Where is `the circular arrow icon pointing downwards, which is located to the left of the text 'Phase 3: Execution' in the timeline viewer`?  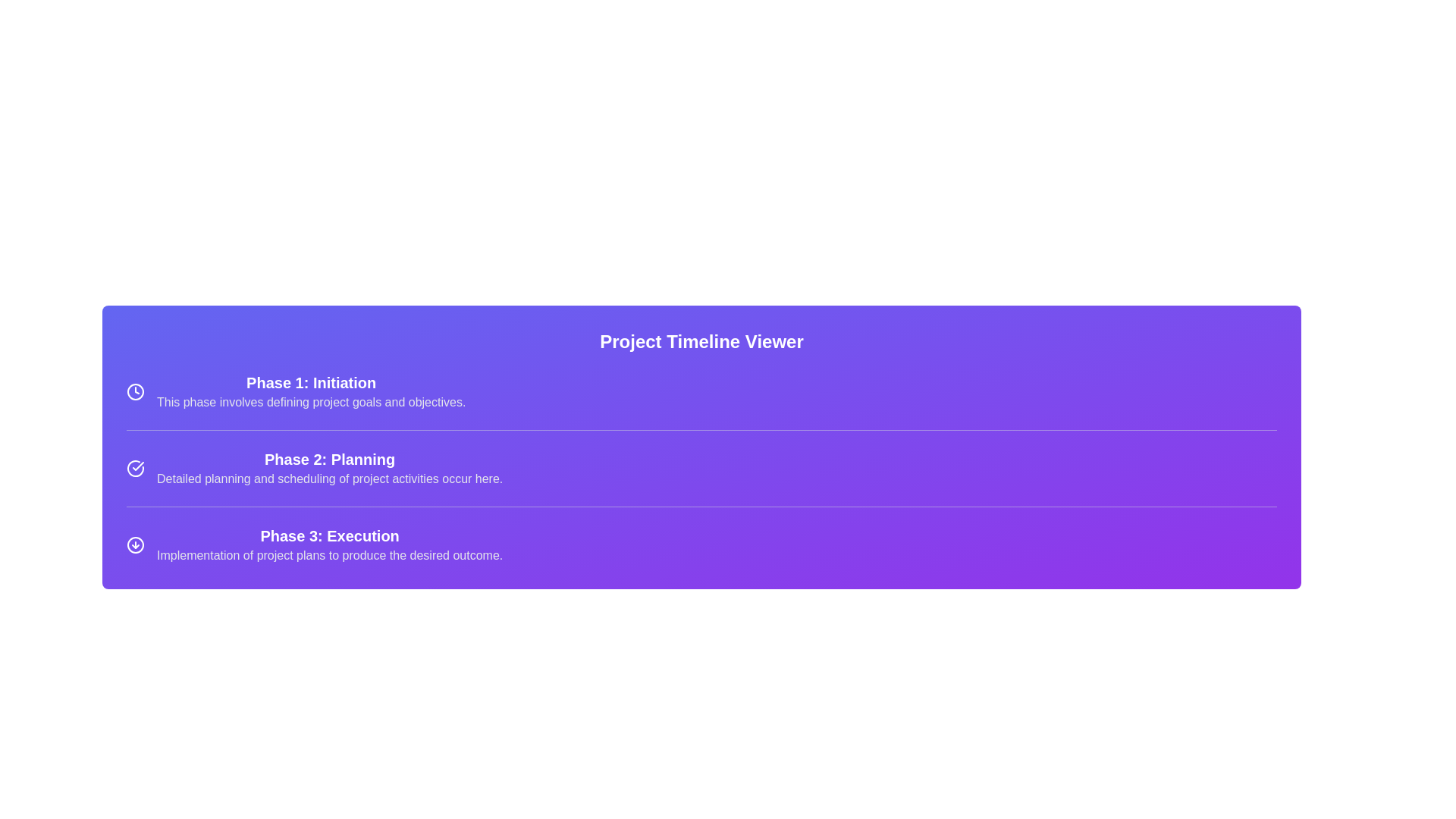 the circular arrow icon pointing downwards, which is located to the left of the text 'Phase 3: Execution' in the timeline viewer is located at coordinates (135, 544).